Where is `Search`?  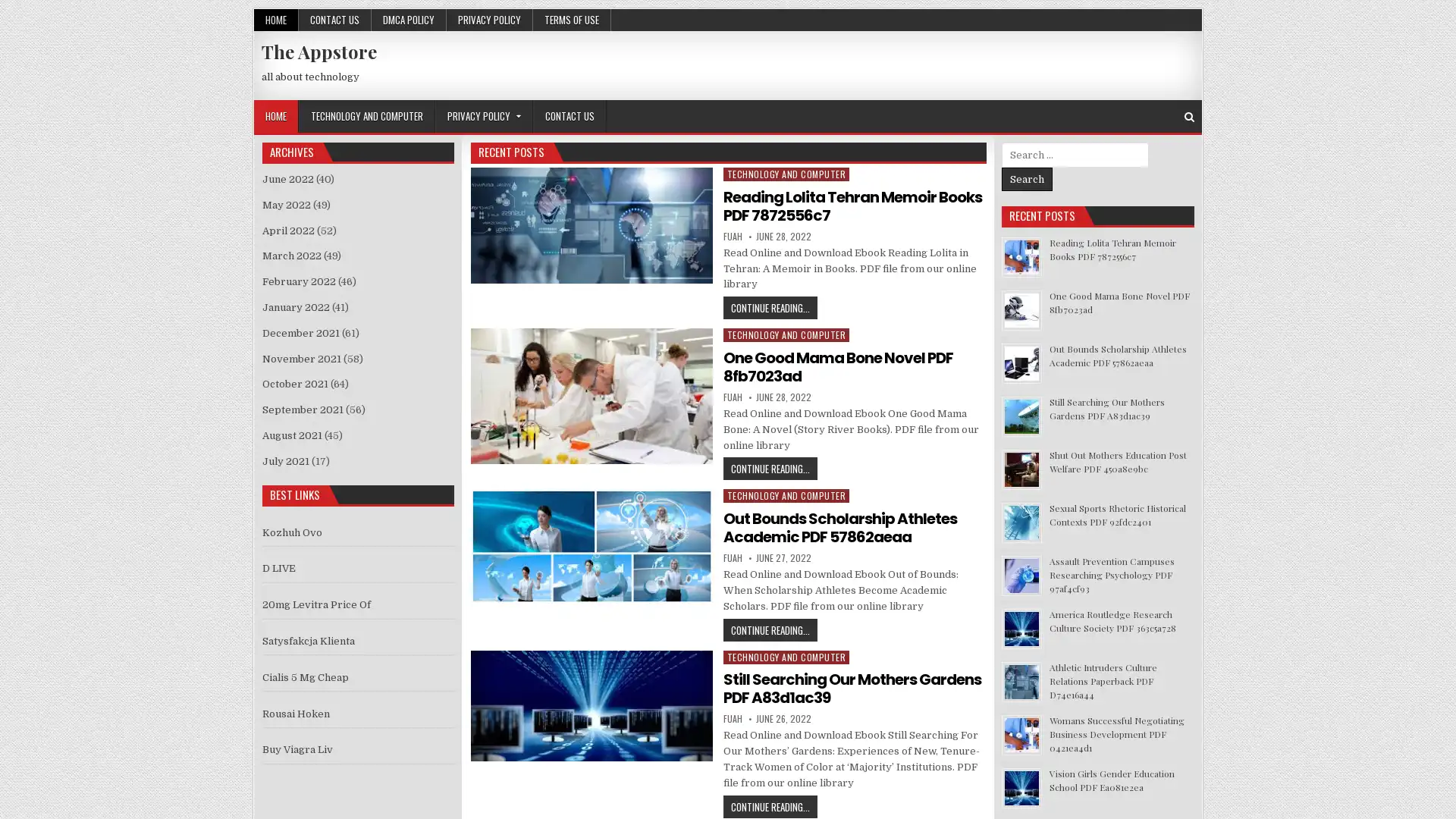
Search is located at coordinates (1027, 178).